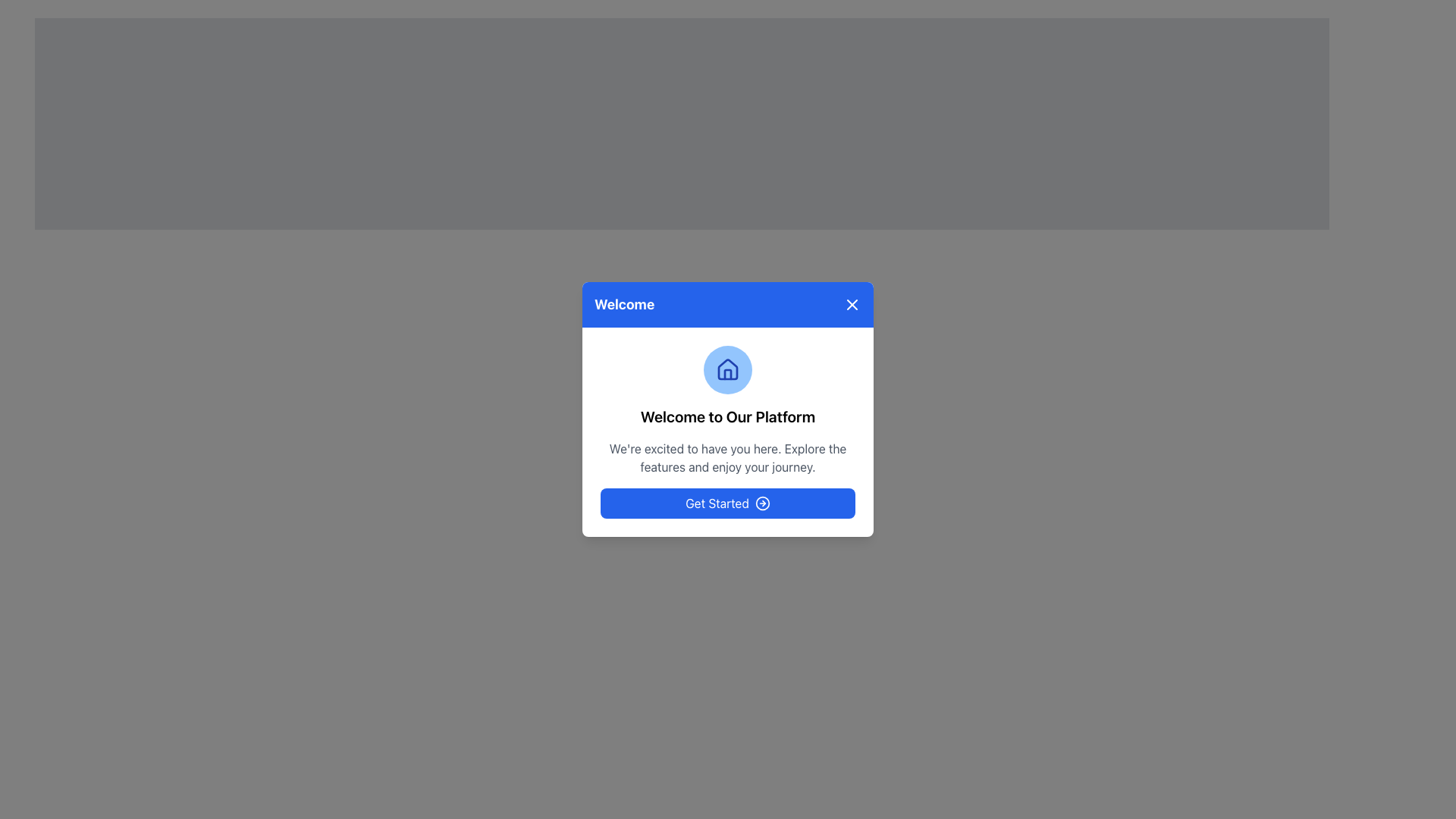 Image resolution: width=1456 pixels, height=819 pixels. Describe the element at coordinates (728, 370) in the screenshot. I see `the 'home' icon located in the blue circular area at the top of the 'Welcome' modal dialog` at that location.